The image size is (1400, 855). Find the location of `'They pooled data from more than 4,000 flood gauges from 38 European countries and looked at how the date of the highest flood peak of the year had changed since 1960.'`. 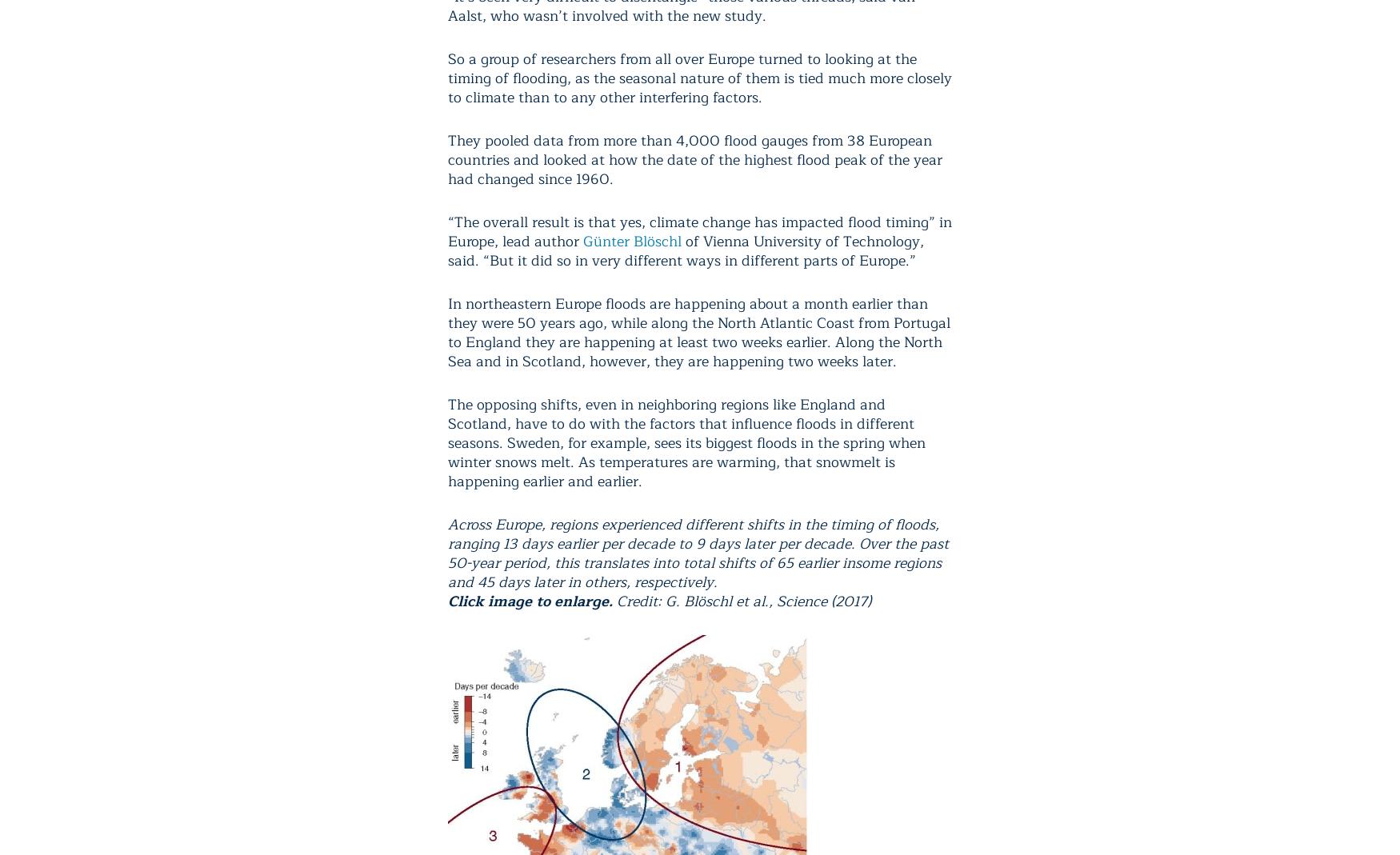

'They pooled data from more than 4,000 flood gauges from 38 European countries and looked at how the date of the highest flood peak of the year had changed since 1960.' is located at coordinates (695, 159).